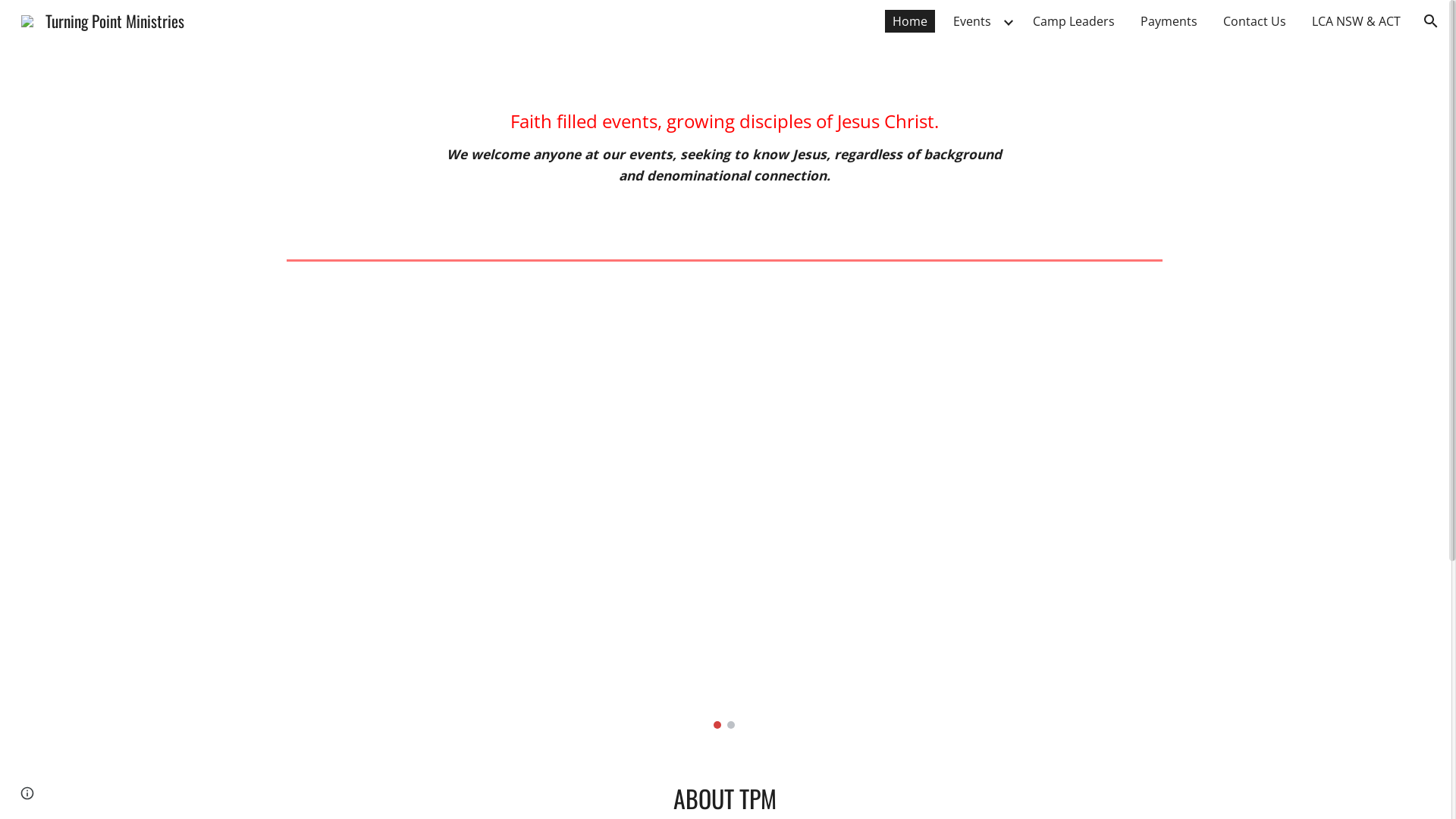 The height and width of the screenshot is (819, 1456). I want to click on 'Camp Leaders', so click(1073, 20).